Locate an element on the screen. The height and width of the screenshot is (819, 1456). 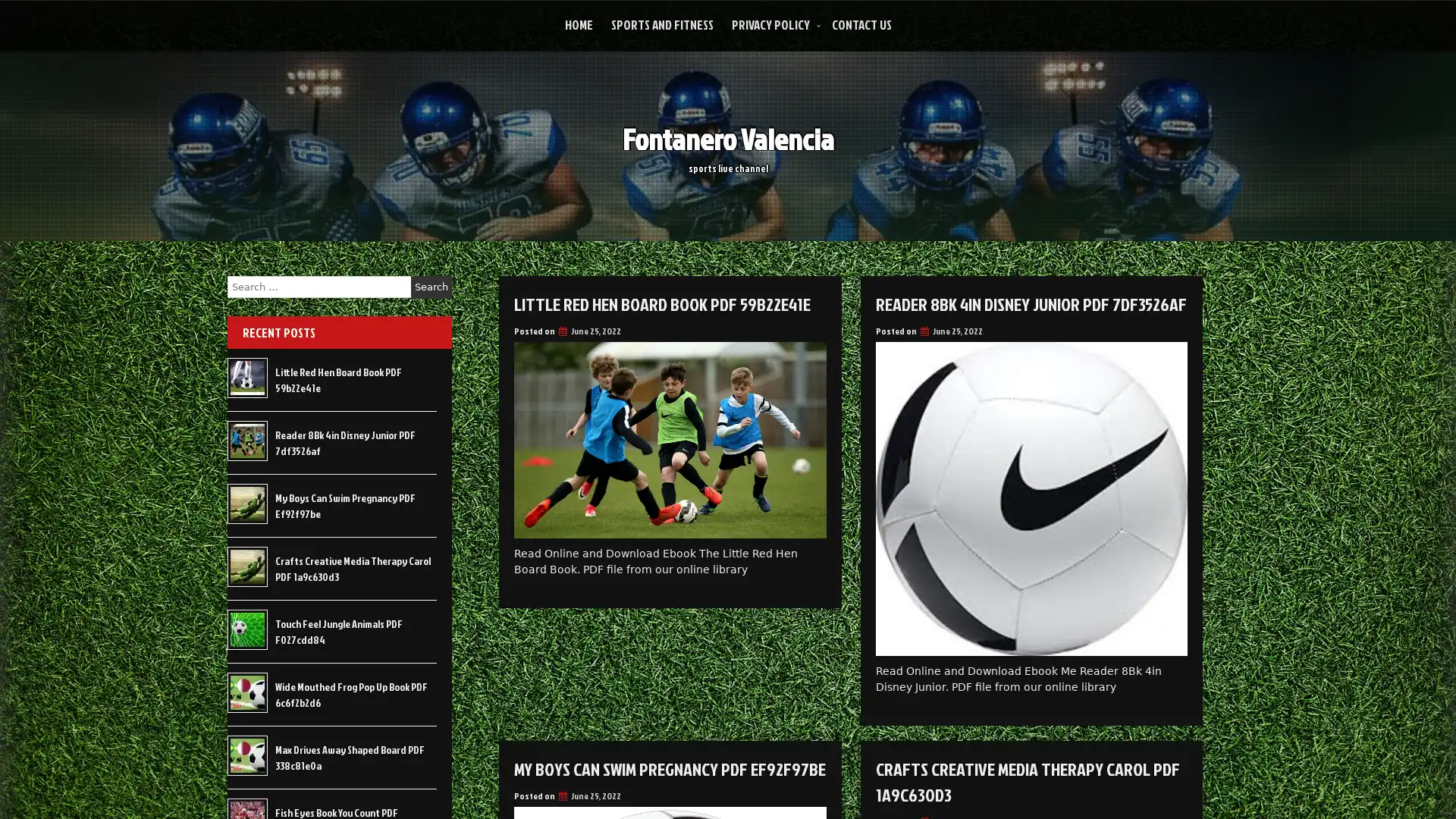
Search is located at coordinates (431, 287).